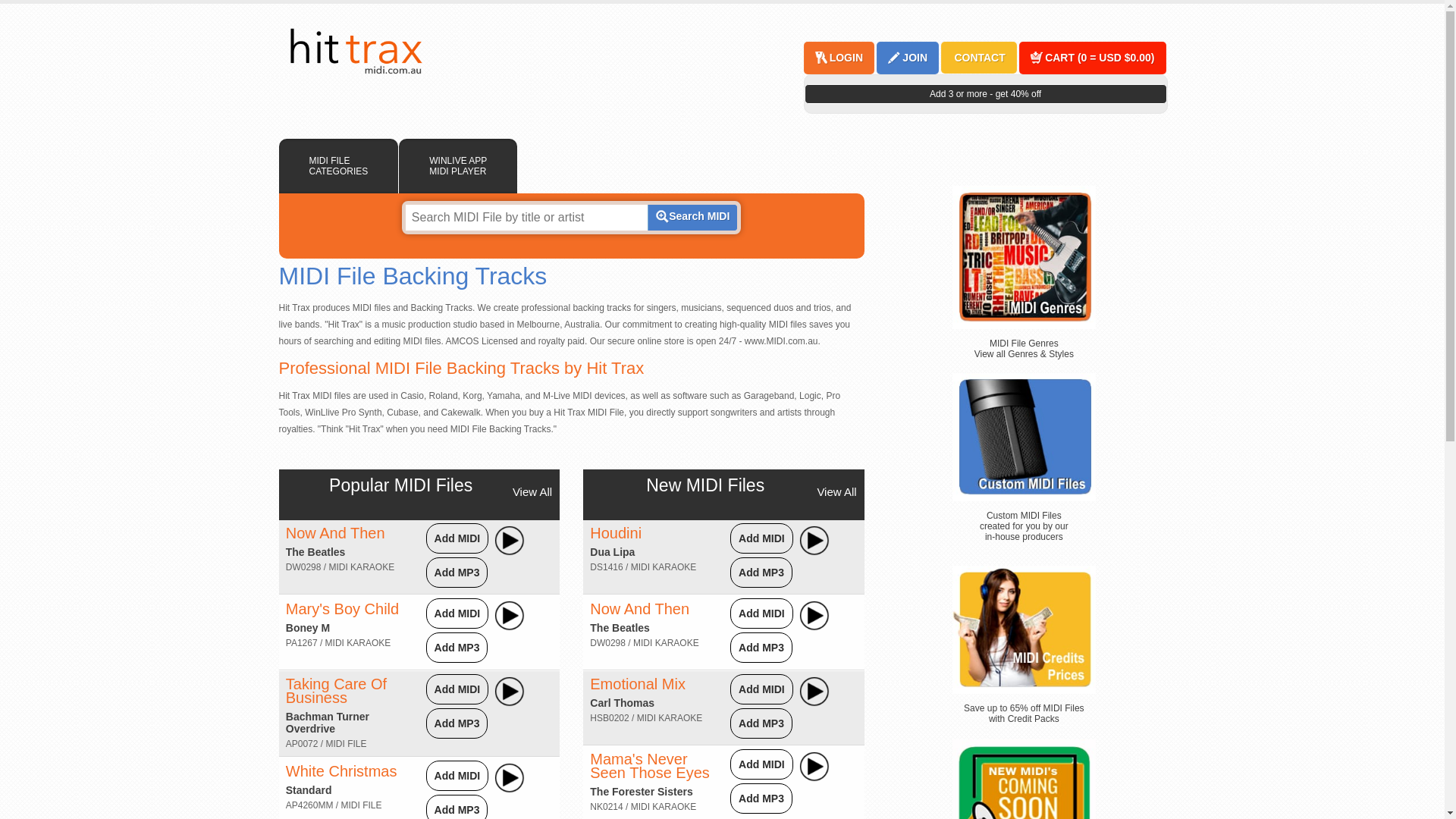 Image resolution: width=1456 pixels, height=819 pixels. Describe the element at coordinates (952, 629) in the screenshot. I see `'Add MIDI Credits'` at that location.